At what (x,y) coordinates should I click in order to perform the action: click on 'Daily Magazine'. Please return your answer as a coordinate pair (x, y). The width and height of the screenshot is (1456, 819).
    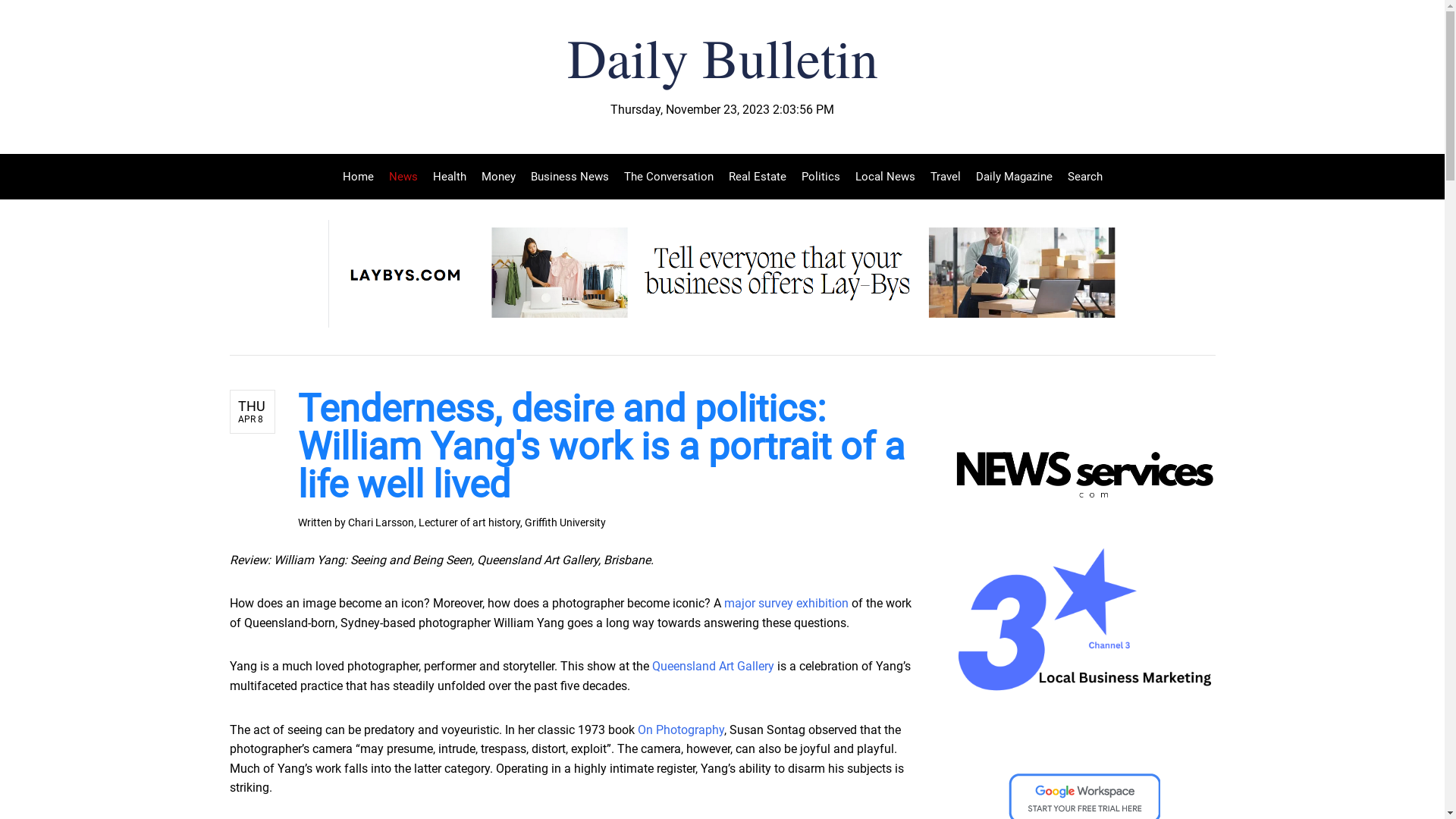
    Looking at the image, I should click on (967, 175).